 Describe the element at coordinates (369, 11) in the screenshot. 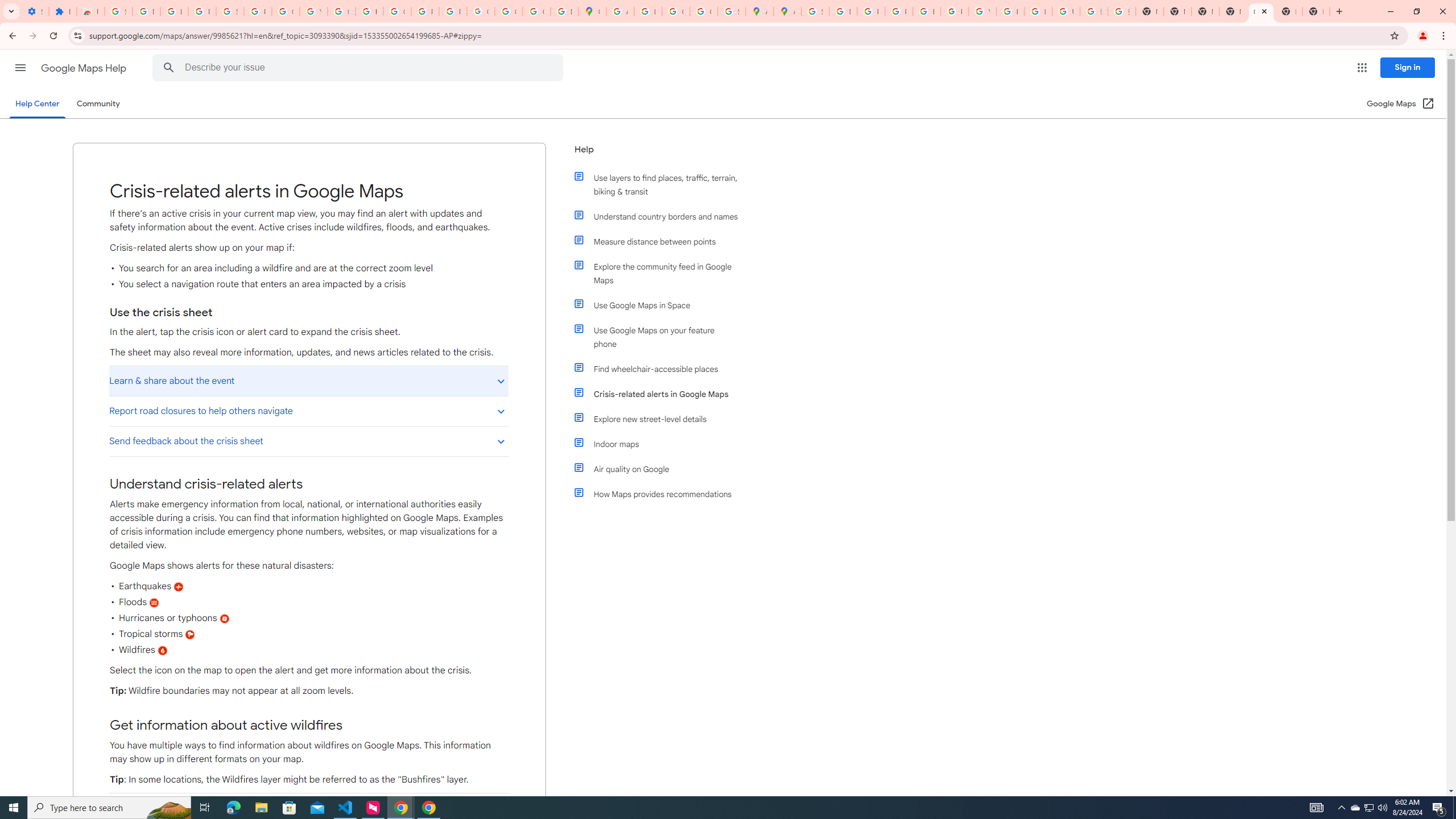

I see `'https://scholar.google.com/'` at that location.